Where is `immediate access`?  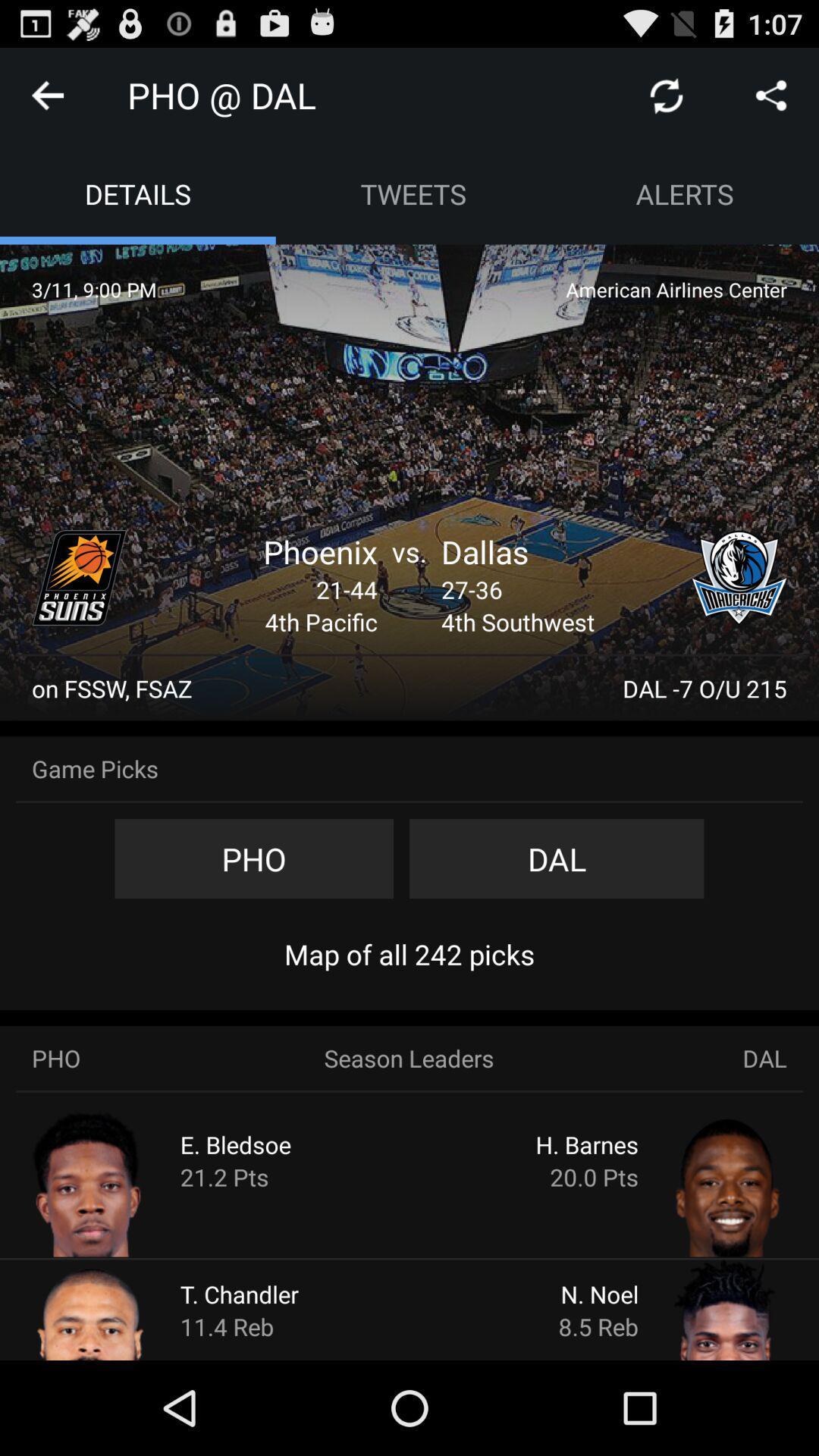
immediate access is located at coordinates (79, 577).